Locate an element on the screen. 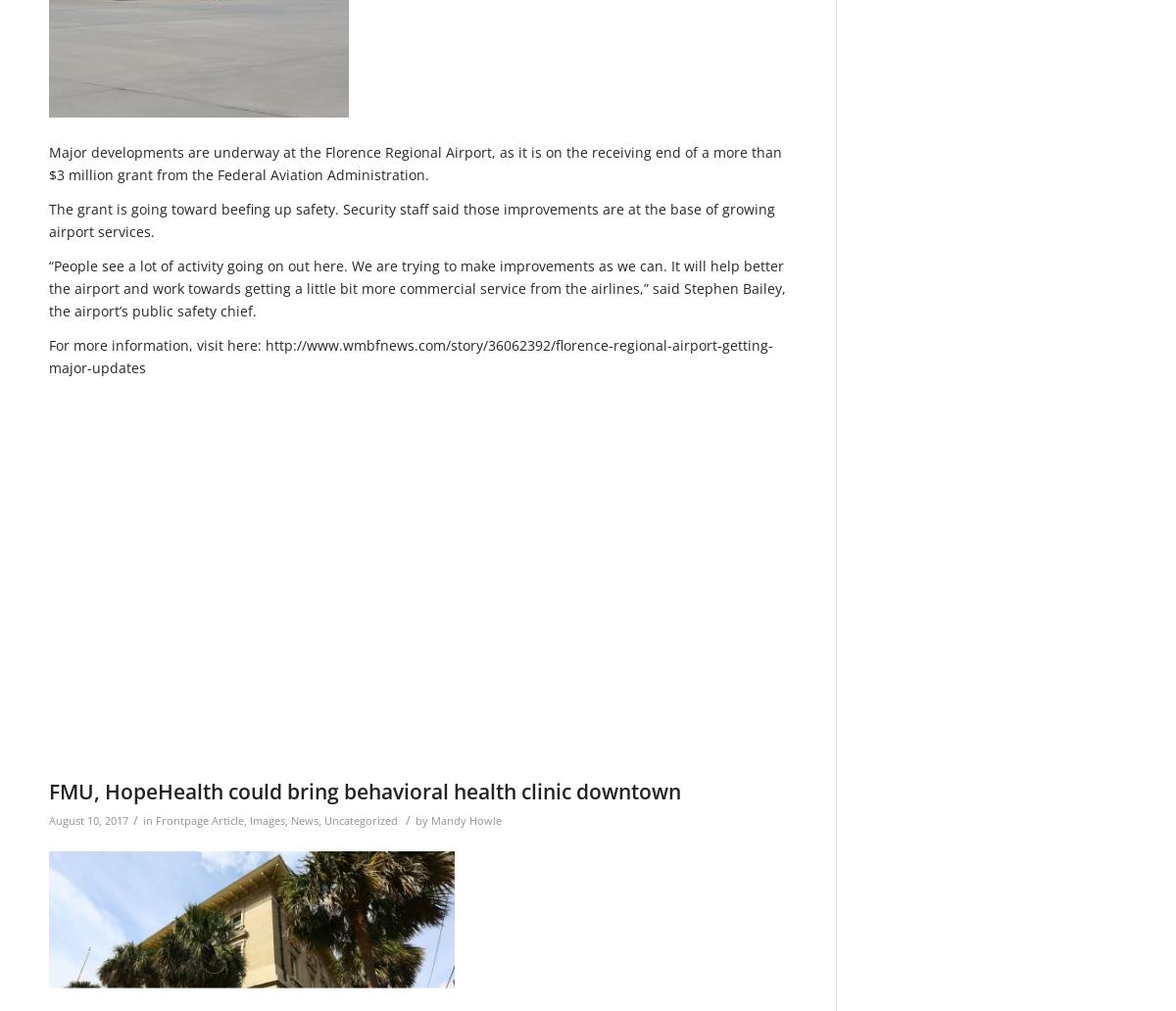  'For more information, visit here: http://www.wmbfnews.com/story/36062392/florence-regional-airport-getting-major-updates' is located at coordinates (411, 356).